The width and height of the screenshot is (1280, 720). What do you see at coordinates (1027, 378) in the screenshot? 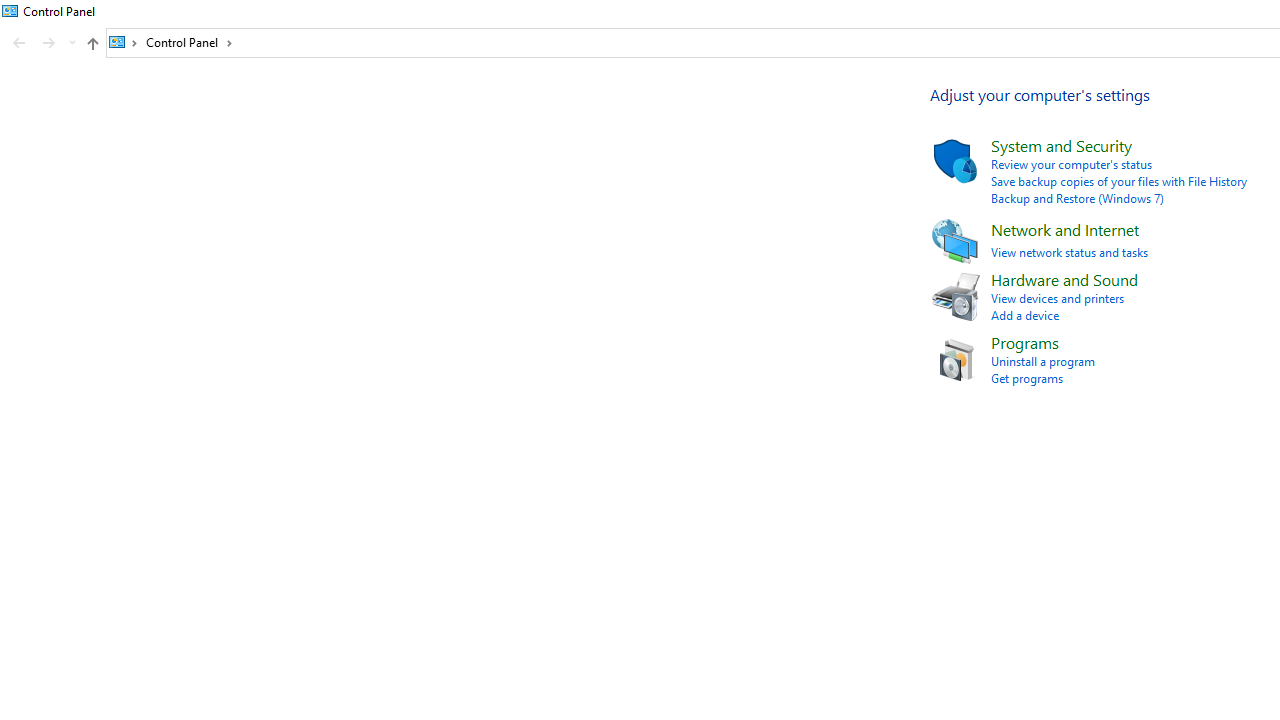
I see `'Get programs'` at bounding box center [1027, 378].